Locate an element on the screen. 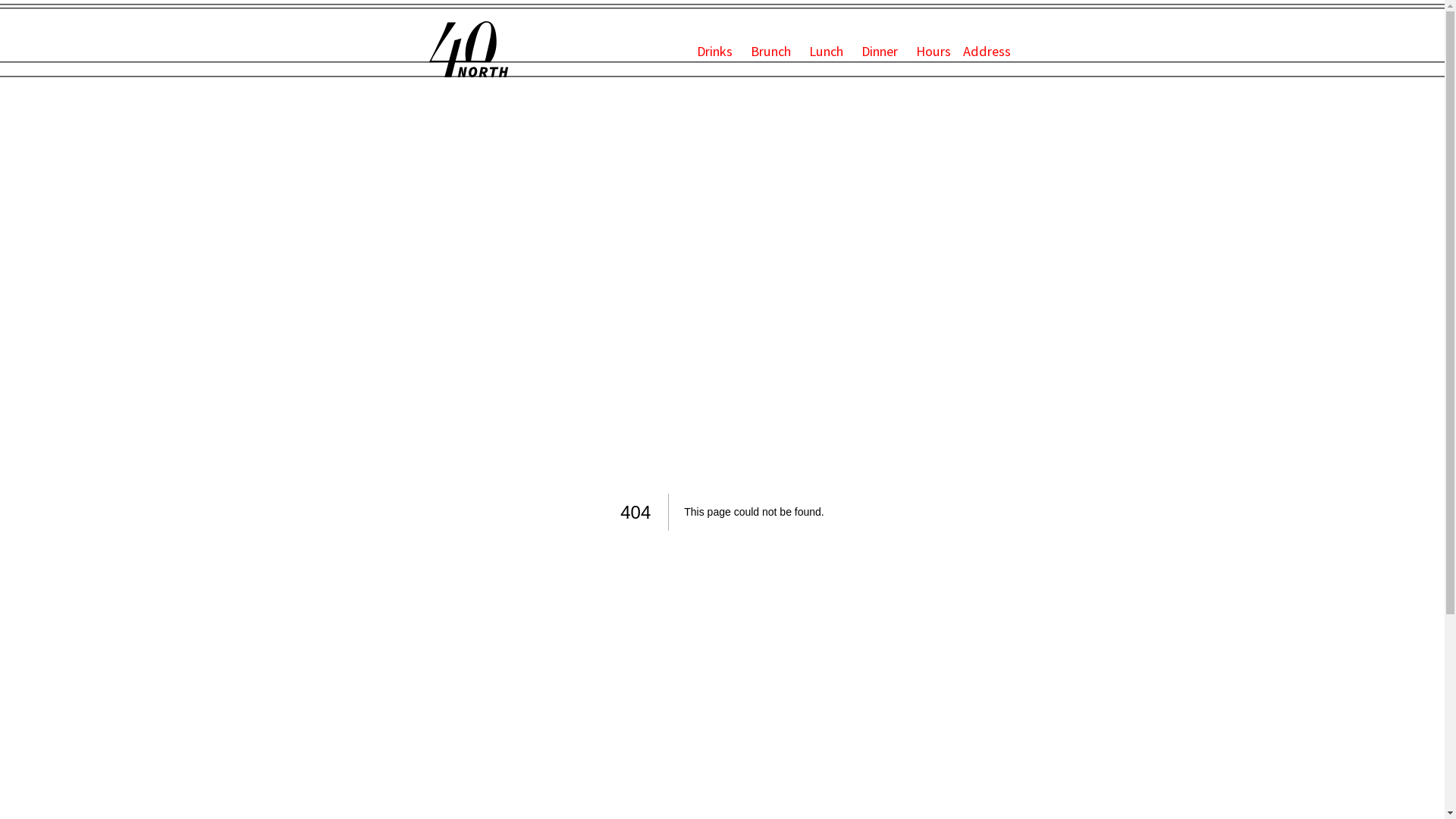 The image size is (1456, 819). 'Lunch' is located at coordinates (827, 50).